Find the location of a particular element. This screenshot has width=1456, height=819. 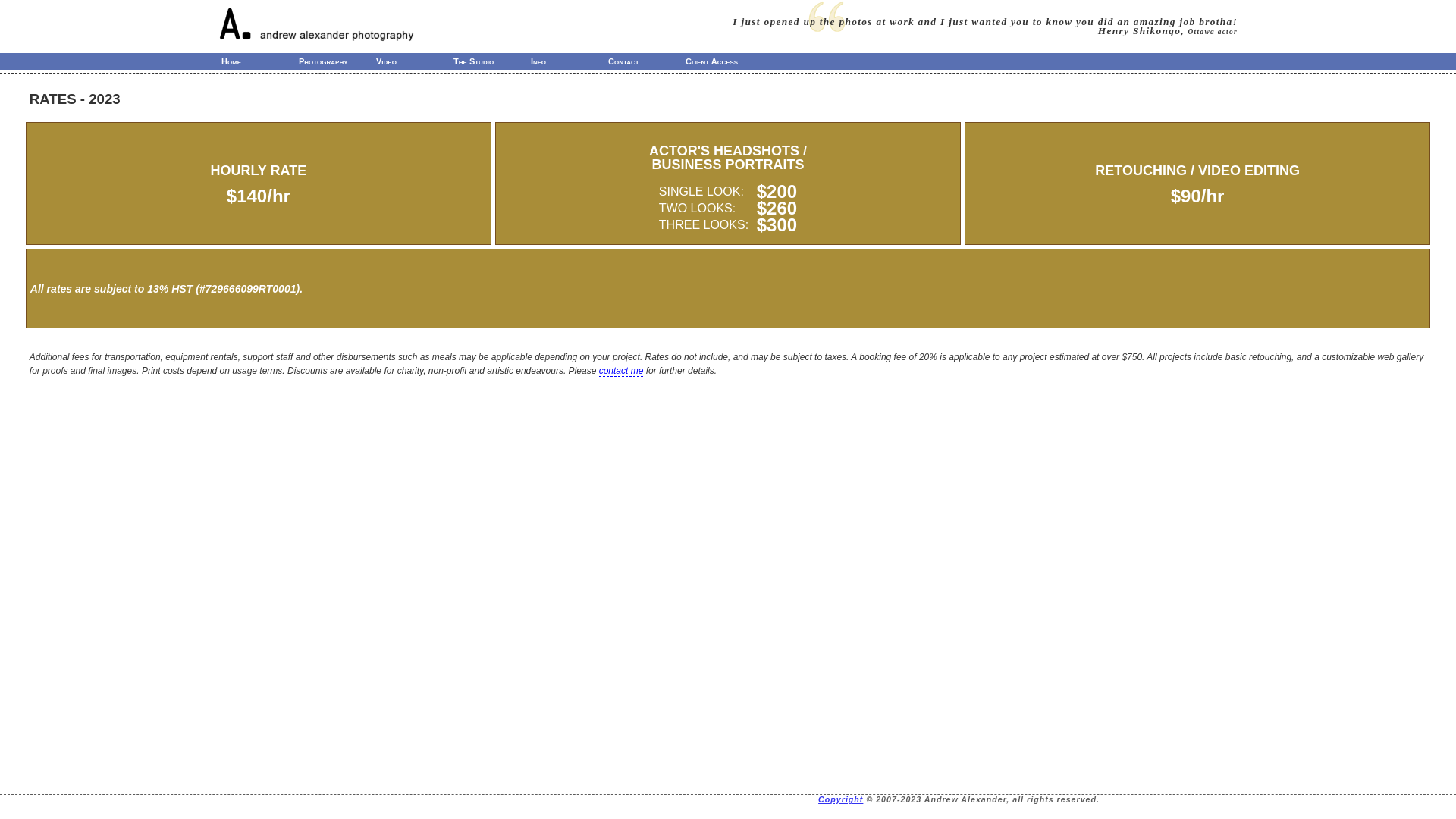

'Contact' is located at coordinates (647, 61).